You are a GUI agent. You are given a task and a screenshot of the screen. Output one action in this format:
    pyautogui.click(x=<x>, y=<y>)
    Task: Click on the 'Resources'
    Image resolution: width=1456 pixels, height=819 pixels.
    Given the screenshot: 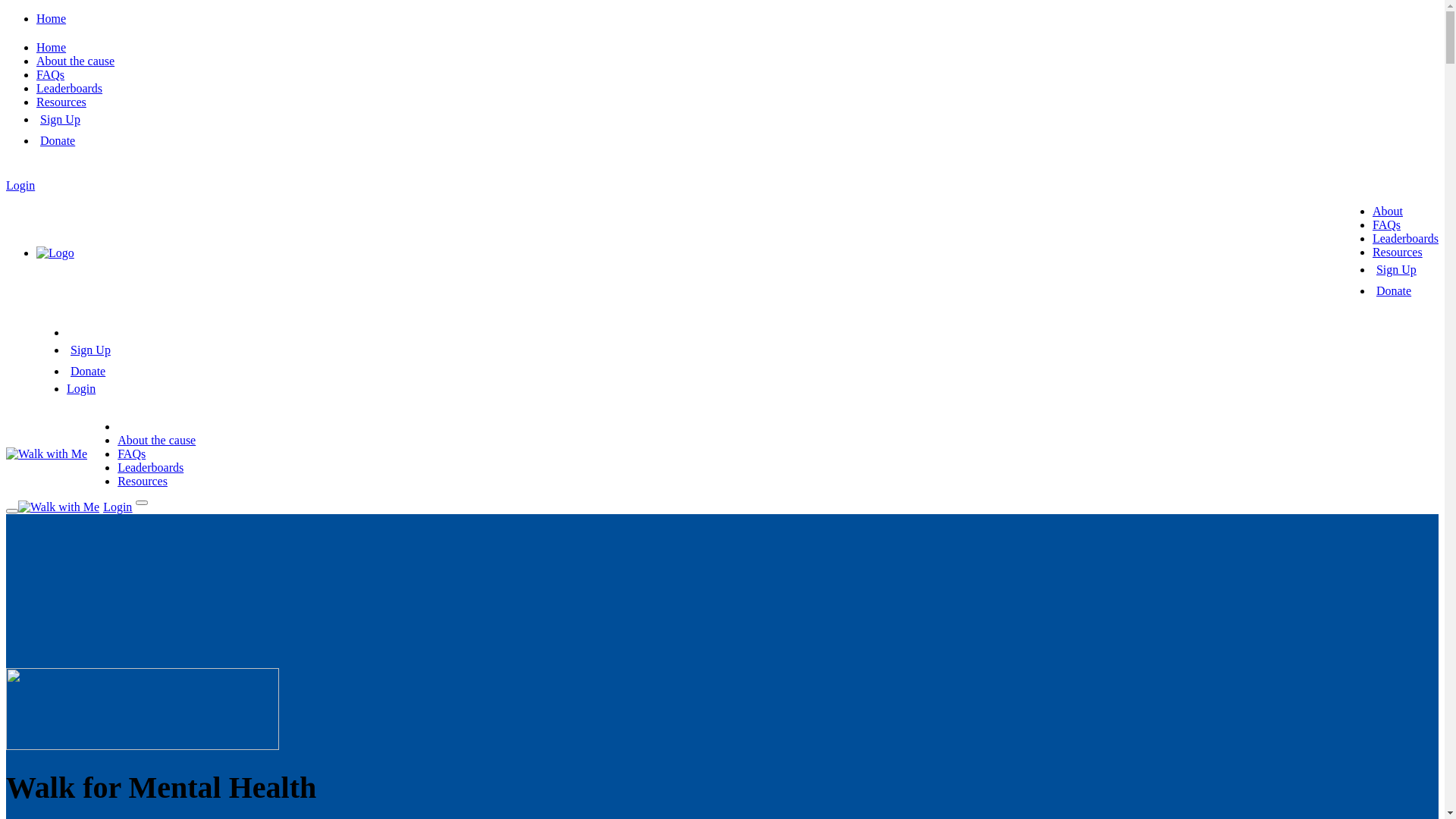 What is the action you would take?
    pyautogui.click(x=1397, y=251)
    